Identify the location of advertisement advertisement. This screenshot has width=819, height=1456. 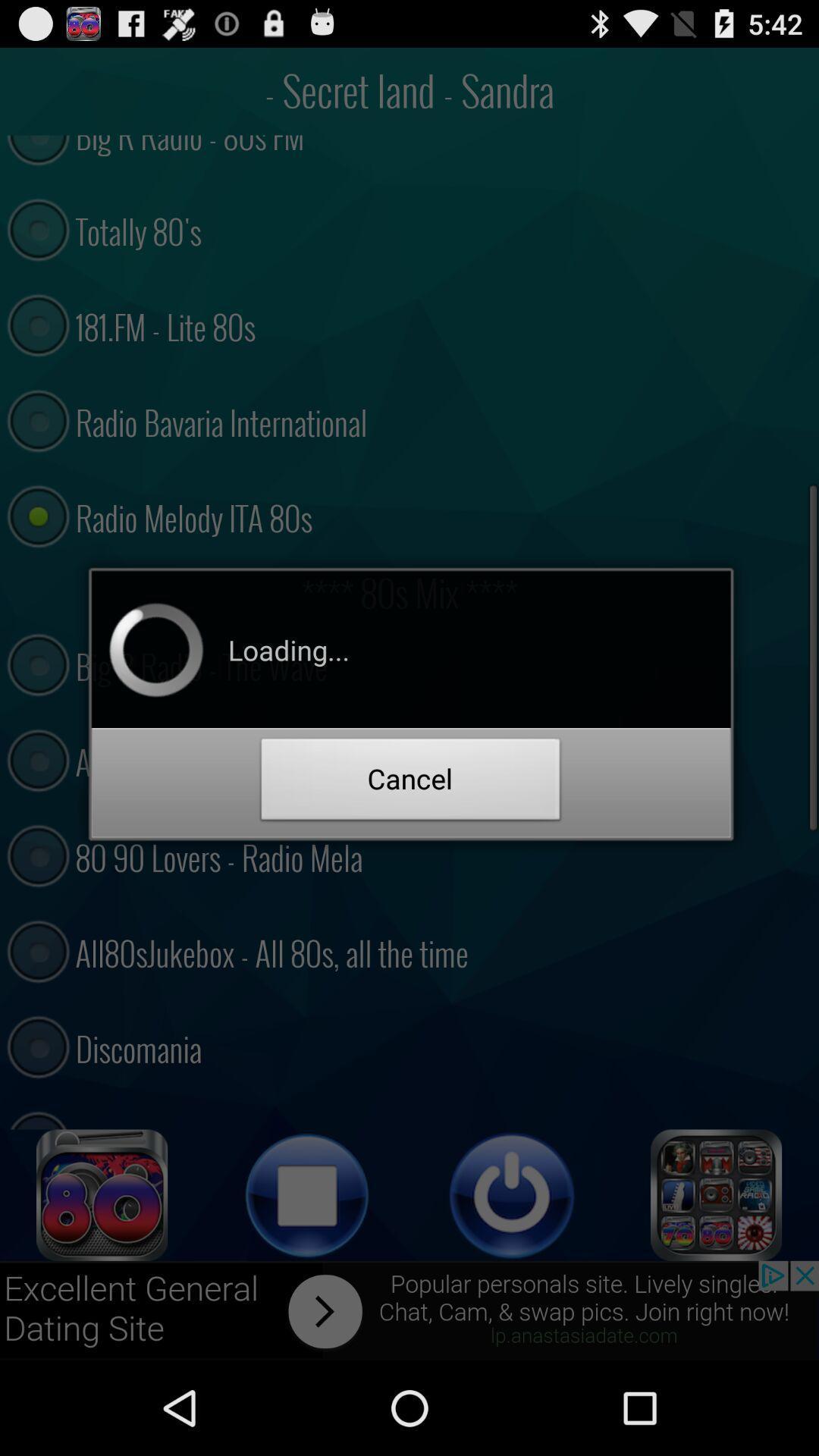
(409, 1310).